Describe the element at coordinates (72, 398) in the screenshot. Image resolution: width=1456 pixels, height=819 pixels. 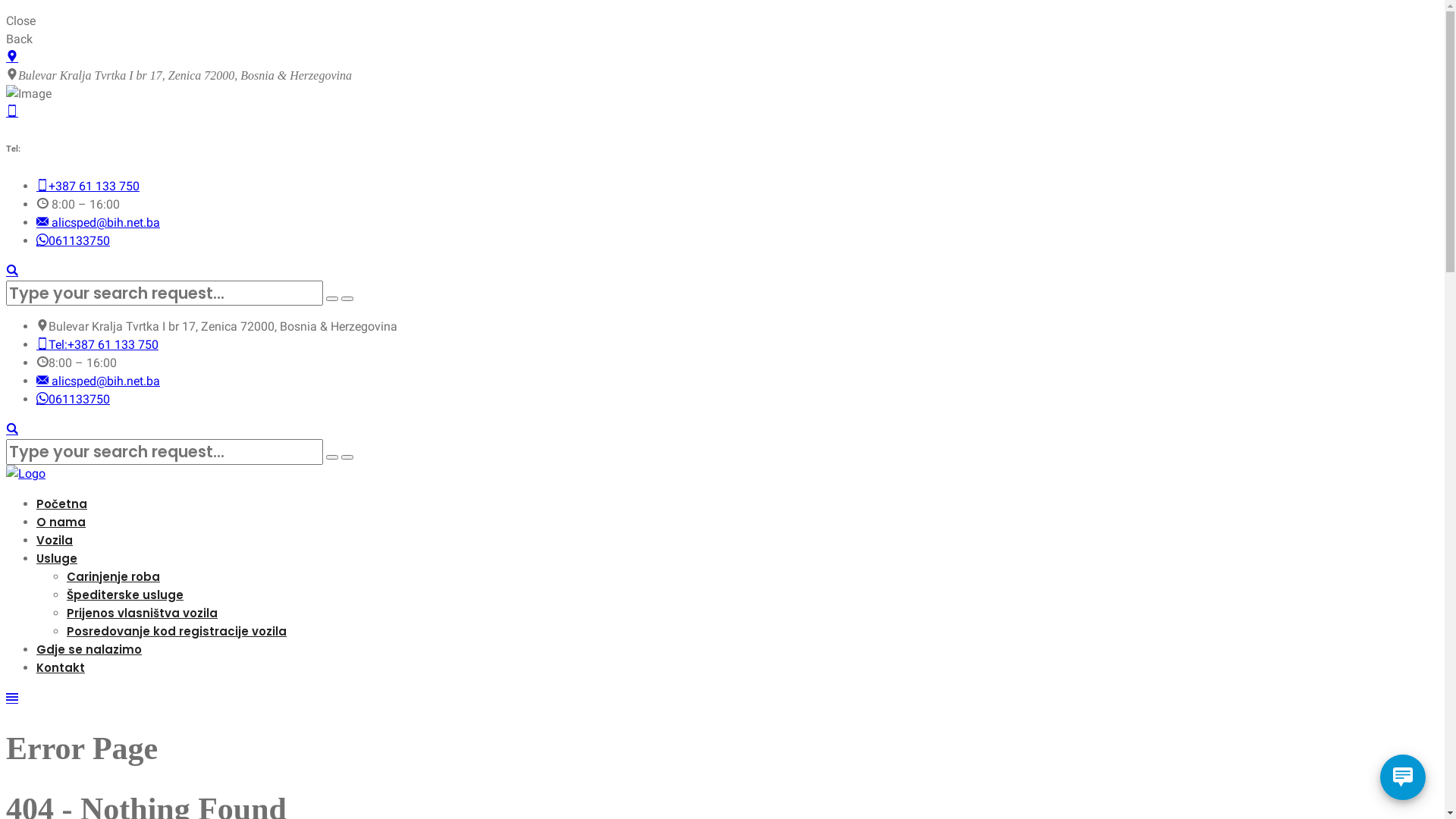
I see `'061133750'` at that location.